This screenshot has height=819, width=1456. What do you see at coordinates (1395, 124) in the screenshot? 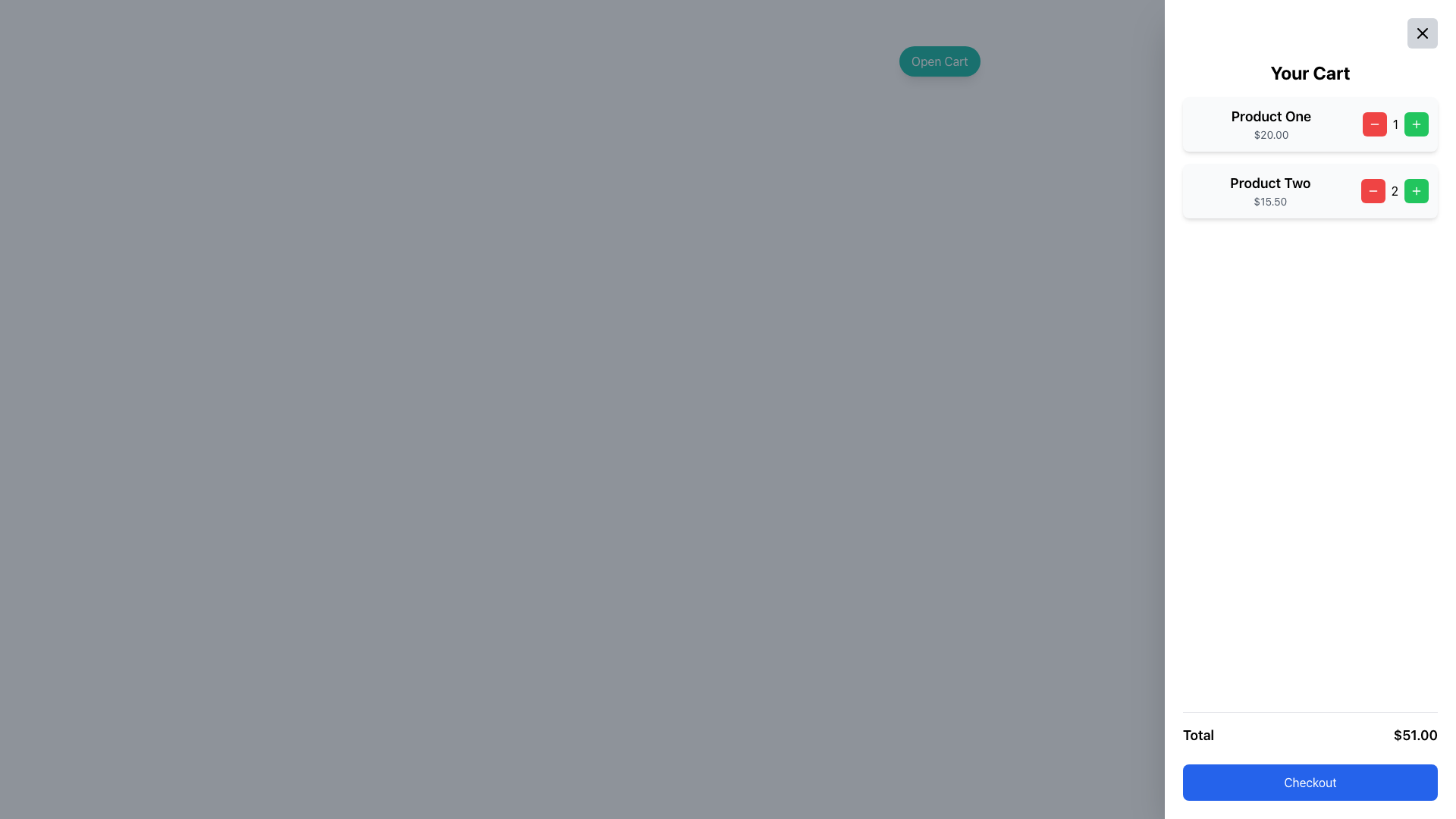
I see `the numeric counter that indicates the quantity of items in the cart, located between the red minus button and the green plus button in the cart interface` at bounding box center [1395, 124].